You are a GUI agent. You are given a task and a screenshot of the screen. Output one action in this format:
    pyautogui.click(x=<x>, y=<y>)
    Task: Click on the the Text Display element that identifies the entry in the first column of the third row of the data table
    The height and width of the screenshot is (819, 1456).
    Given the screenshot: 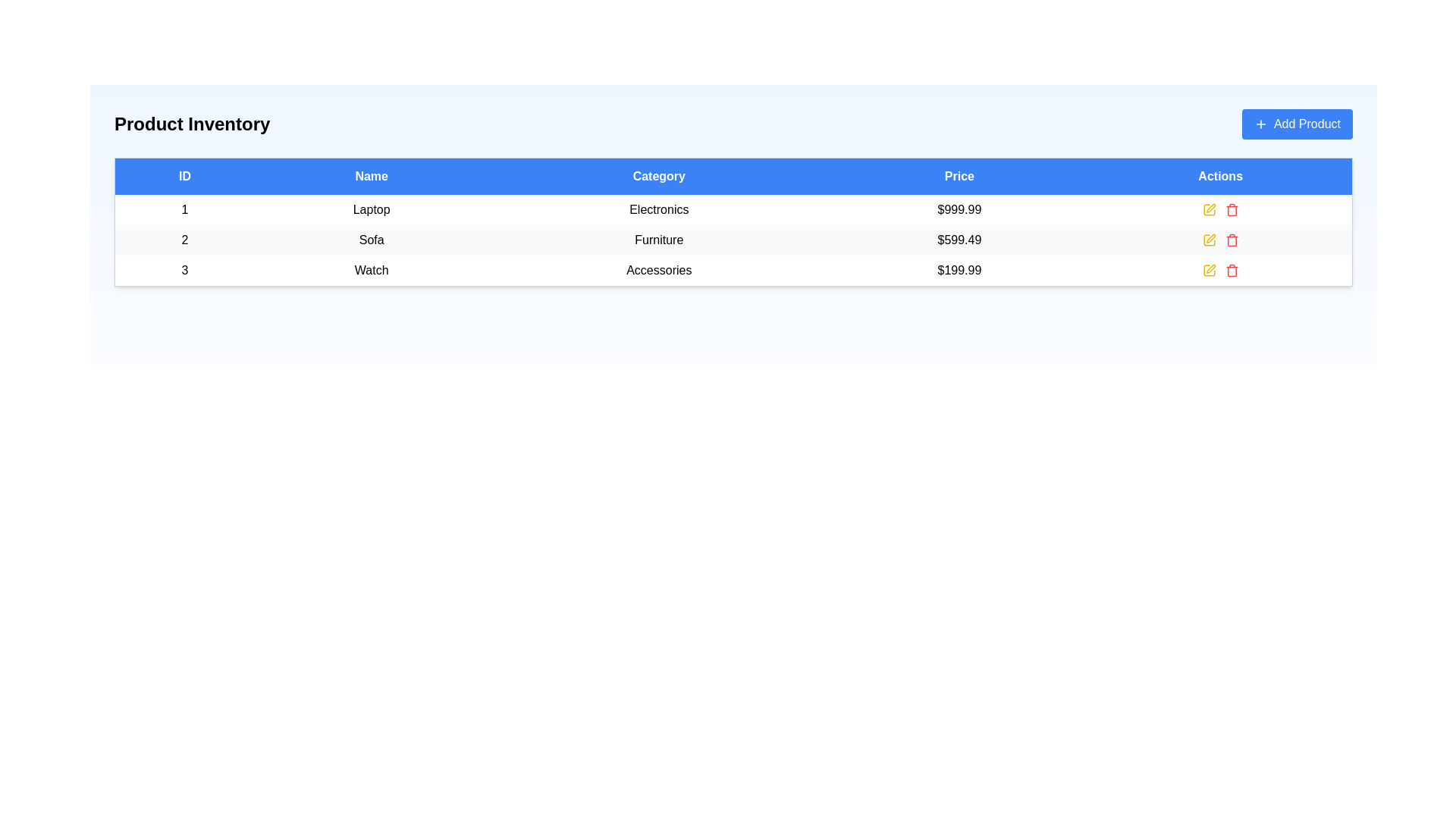 What is the action you would take?
    pyautogui.click(x=184, y=270)
    